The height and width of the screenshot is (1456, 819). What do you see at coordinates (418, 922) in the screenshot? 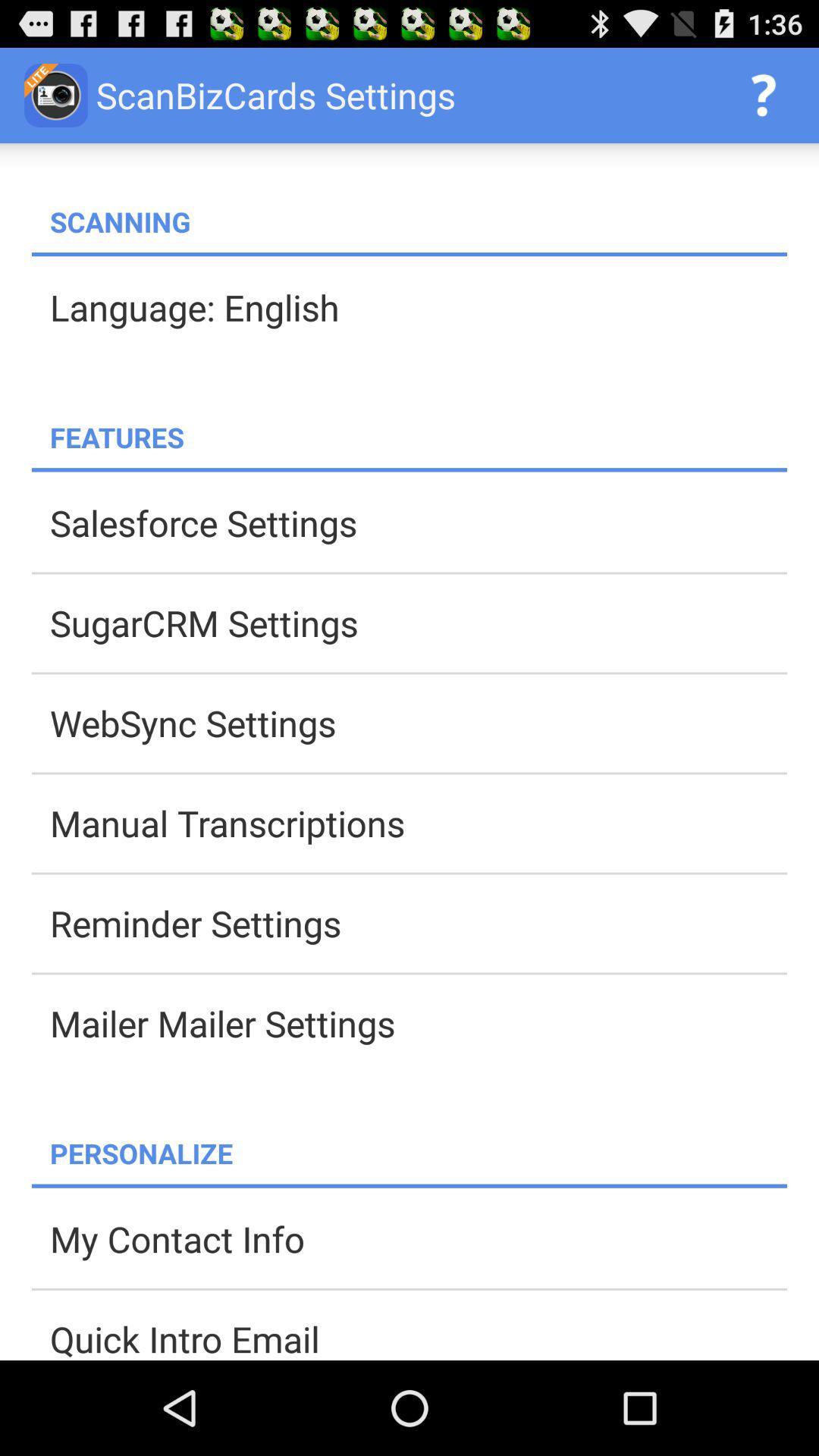
I see `the icon below manual transcriptions icon` at bounding box center [418, 922].